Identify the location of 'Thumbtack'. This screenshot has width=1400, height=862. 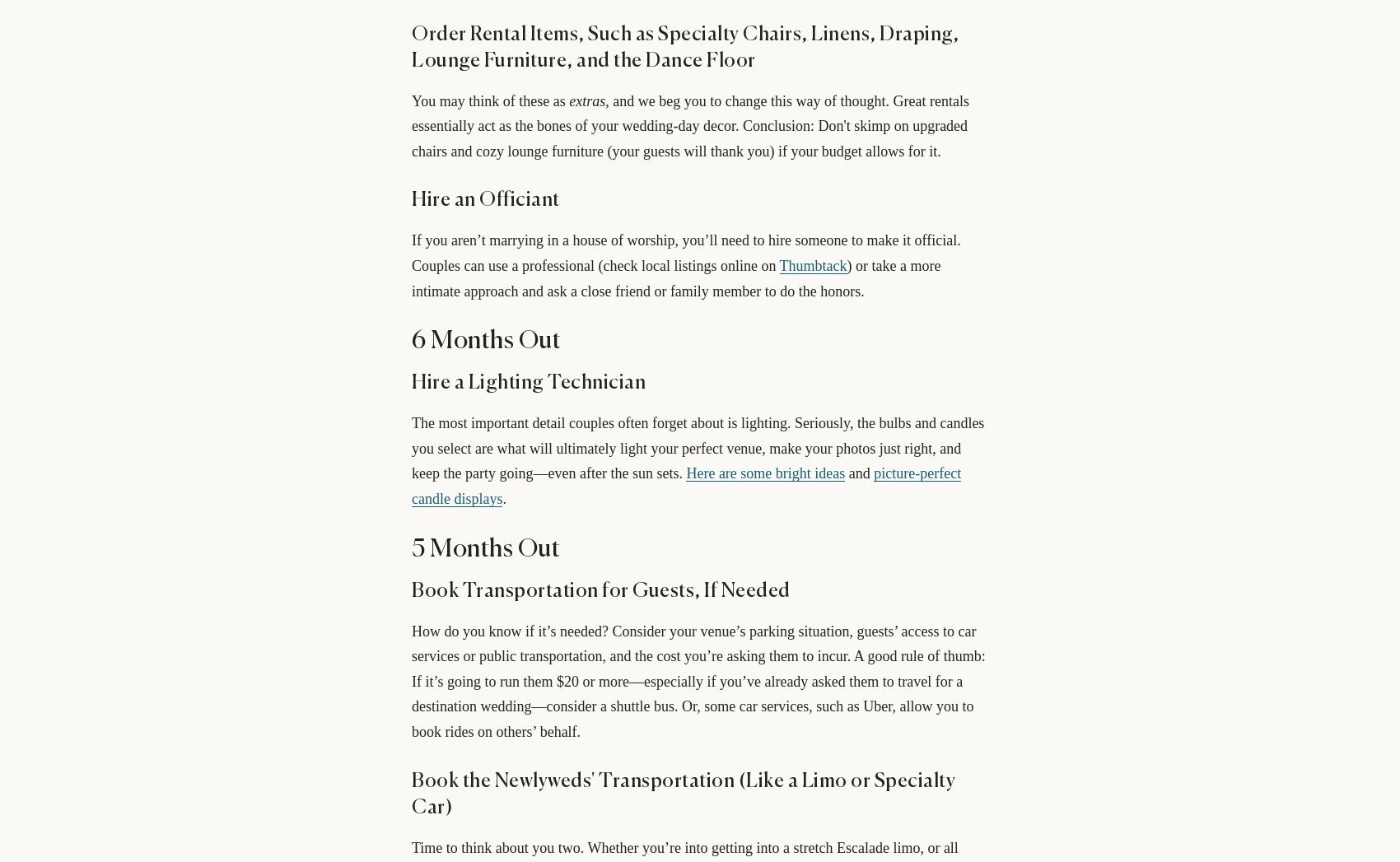
(812, 264).